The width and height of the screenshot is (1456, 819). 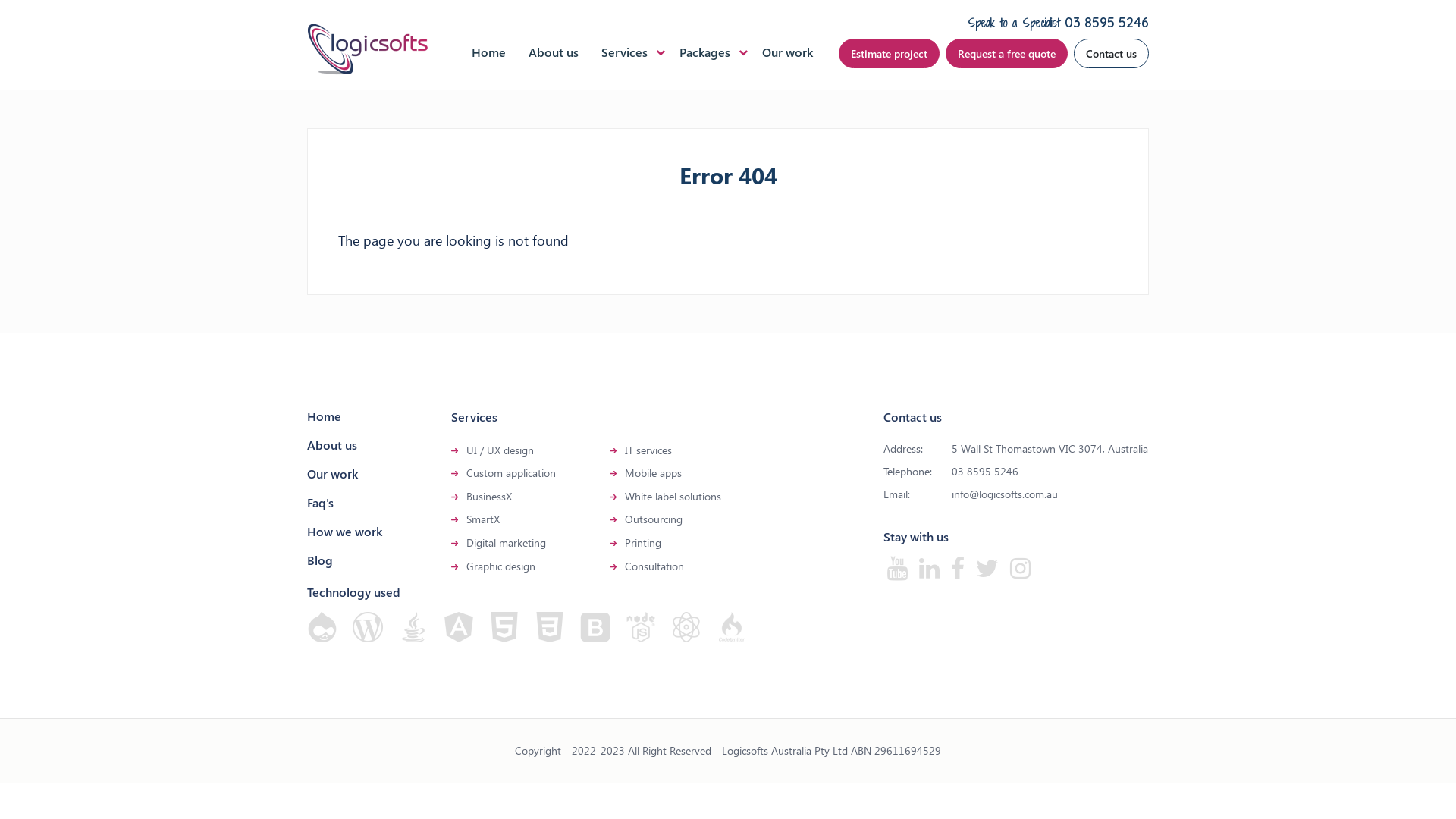 What do you see at coordinates (625, 541) in the screenshot?
I see `'Printing'` at bounding box center [625, 541].